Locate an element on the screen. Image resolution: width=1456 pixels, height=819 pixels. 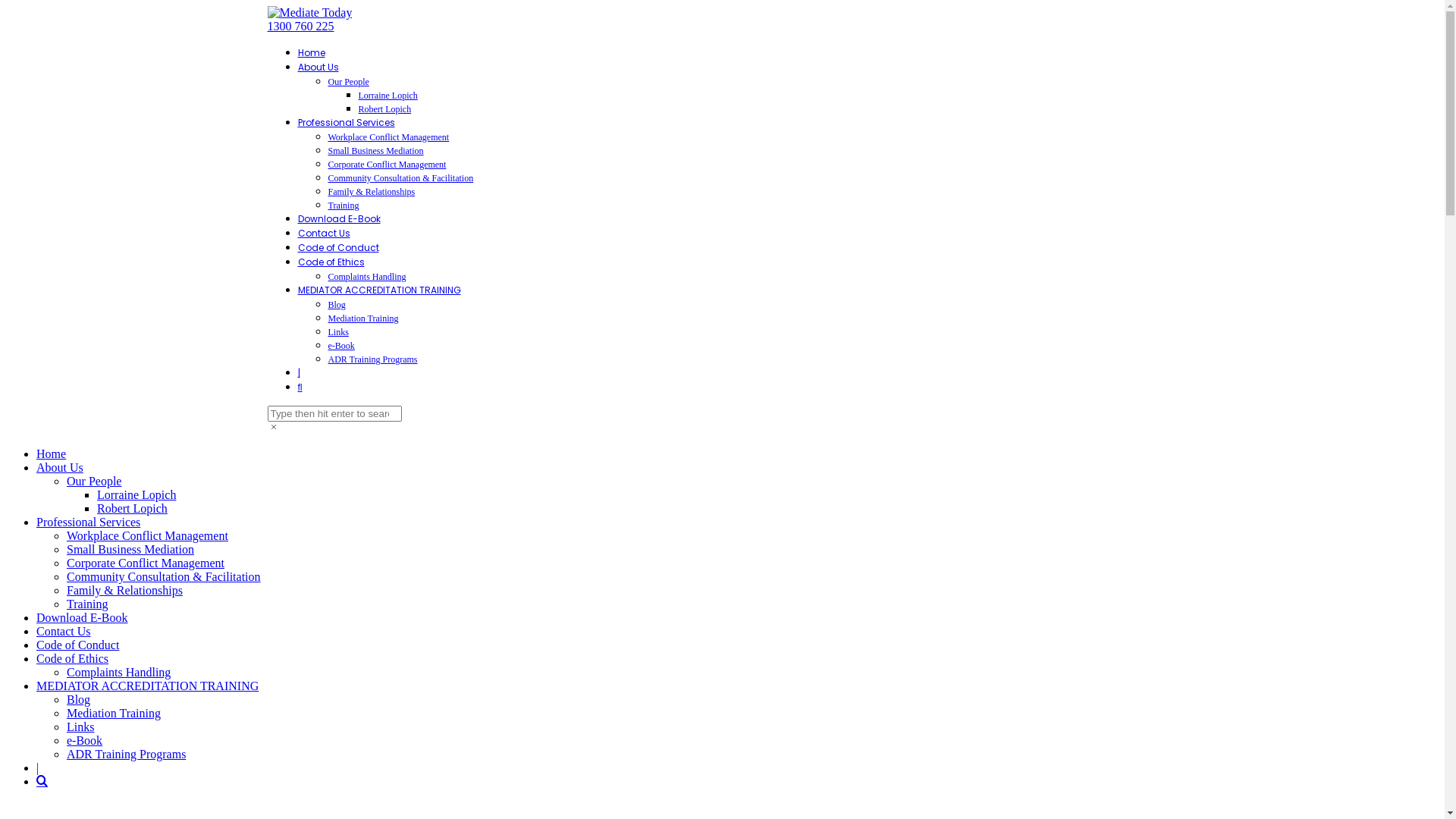
'e-Book' is located at coordinates (83, 739).